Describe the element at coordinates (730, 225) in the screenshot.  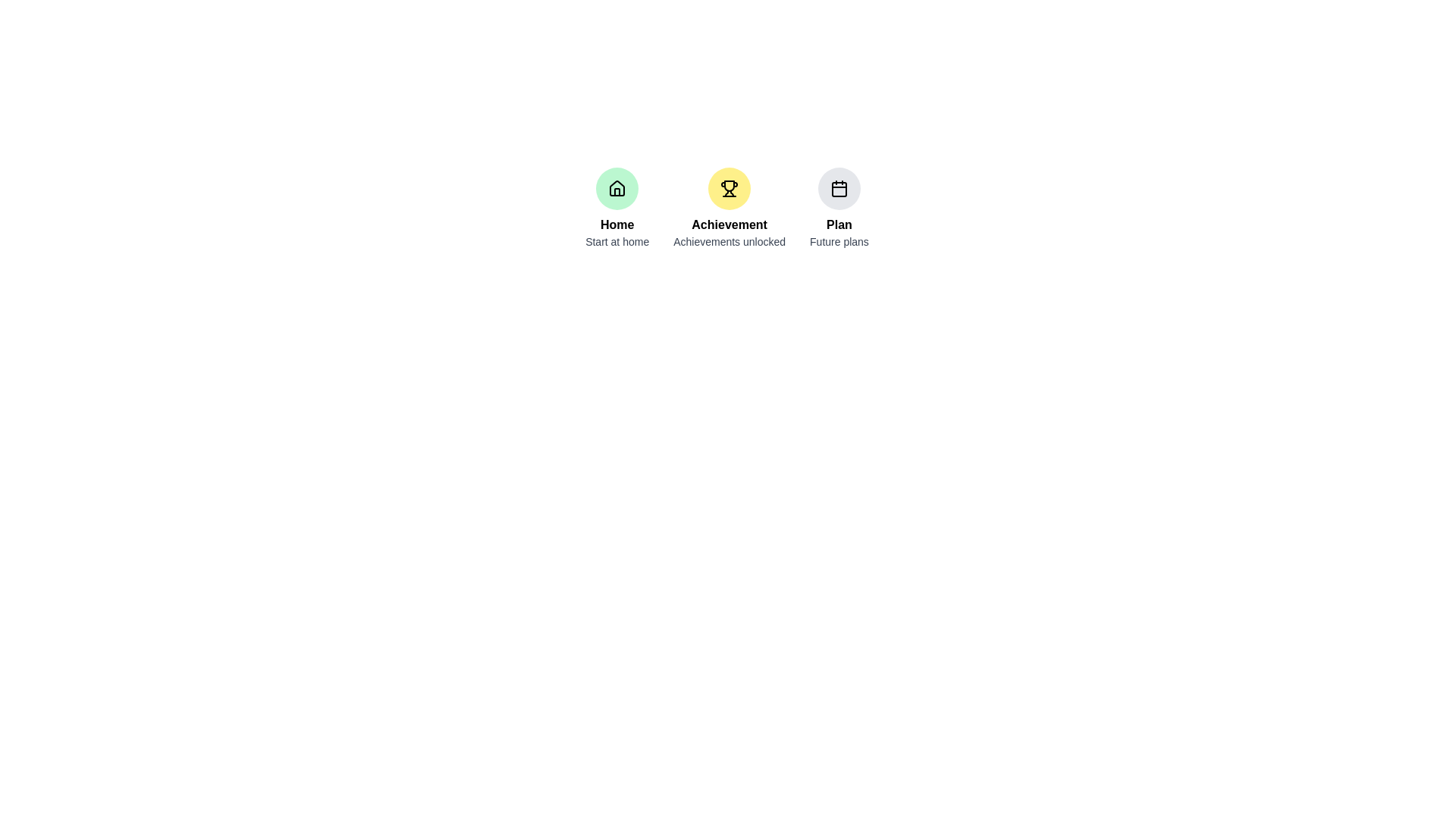
I see `the header element located in the center column, which indicates the context of the associated information, specifically the text 'Achievement'` at that location.